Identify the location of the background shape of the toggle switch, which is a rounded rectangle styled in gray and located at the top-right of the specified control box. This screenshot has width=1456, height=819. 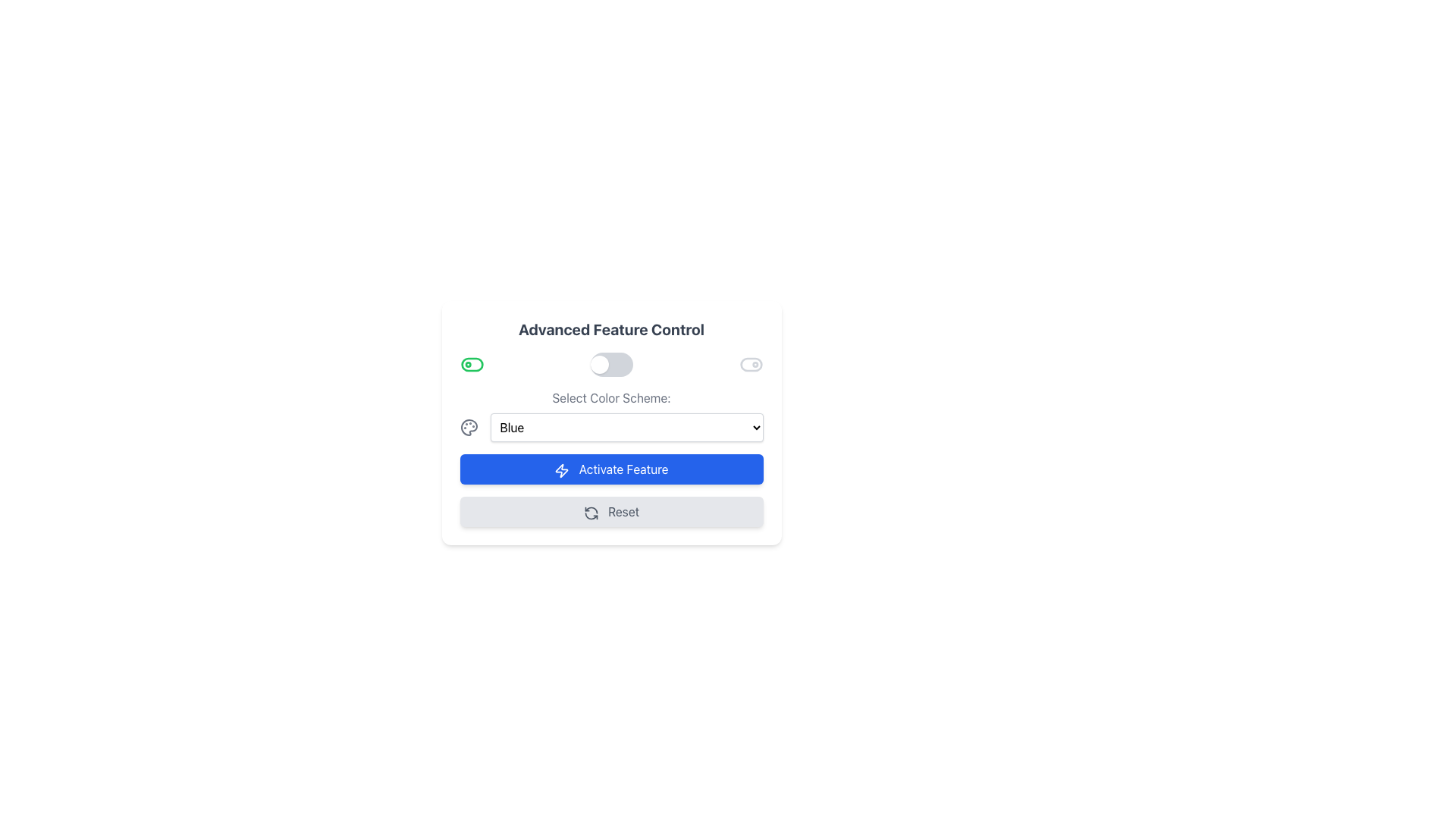
(751, 365).